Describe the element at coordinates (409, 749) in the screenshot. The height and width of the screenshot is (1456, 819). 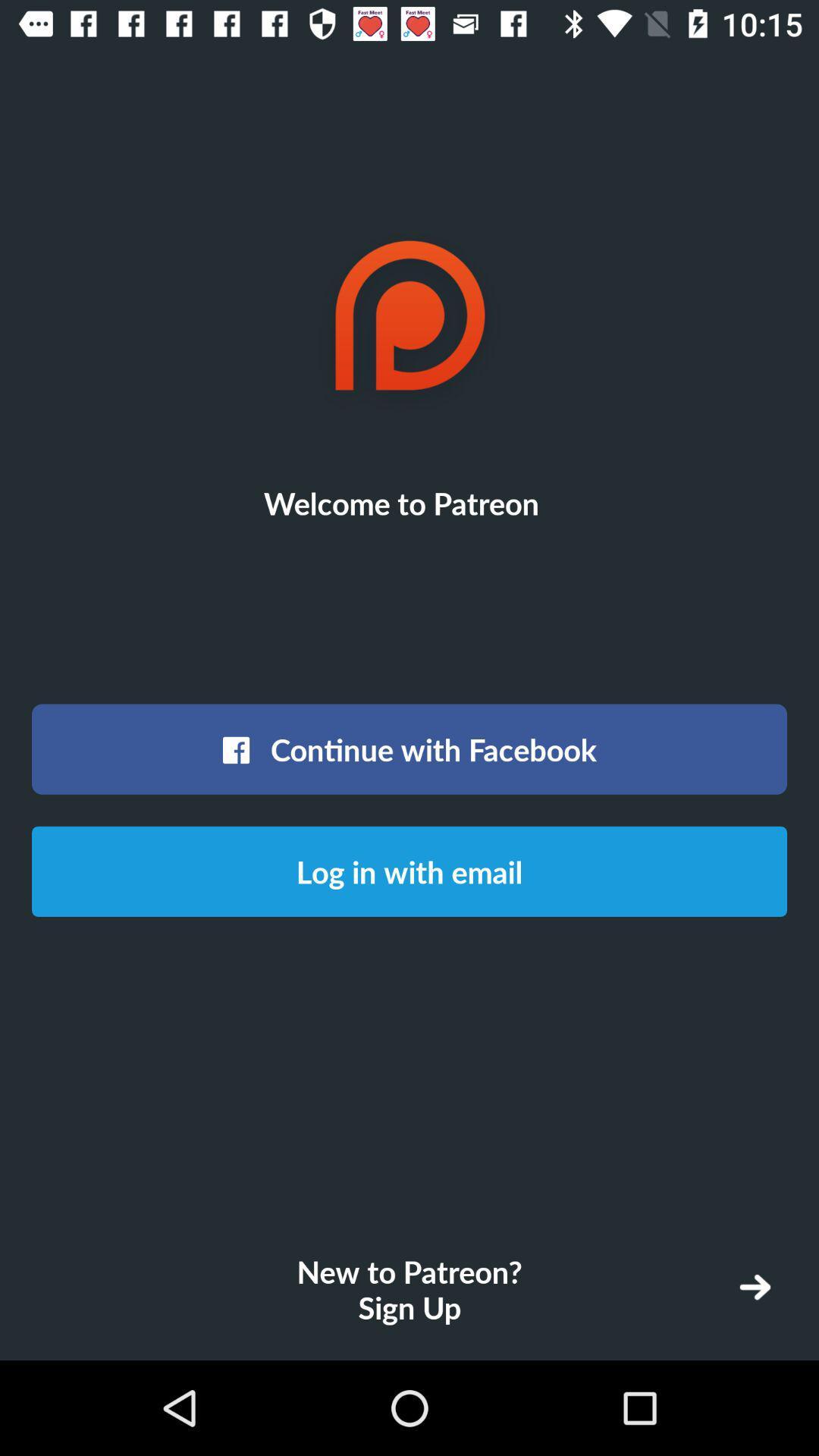
I see `item above the log in with icon` at that location.